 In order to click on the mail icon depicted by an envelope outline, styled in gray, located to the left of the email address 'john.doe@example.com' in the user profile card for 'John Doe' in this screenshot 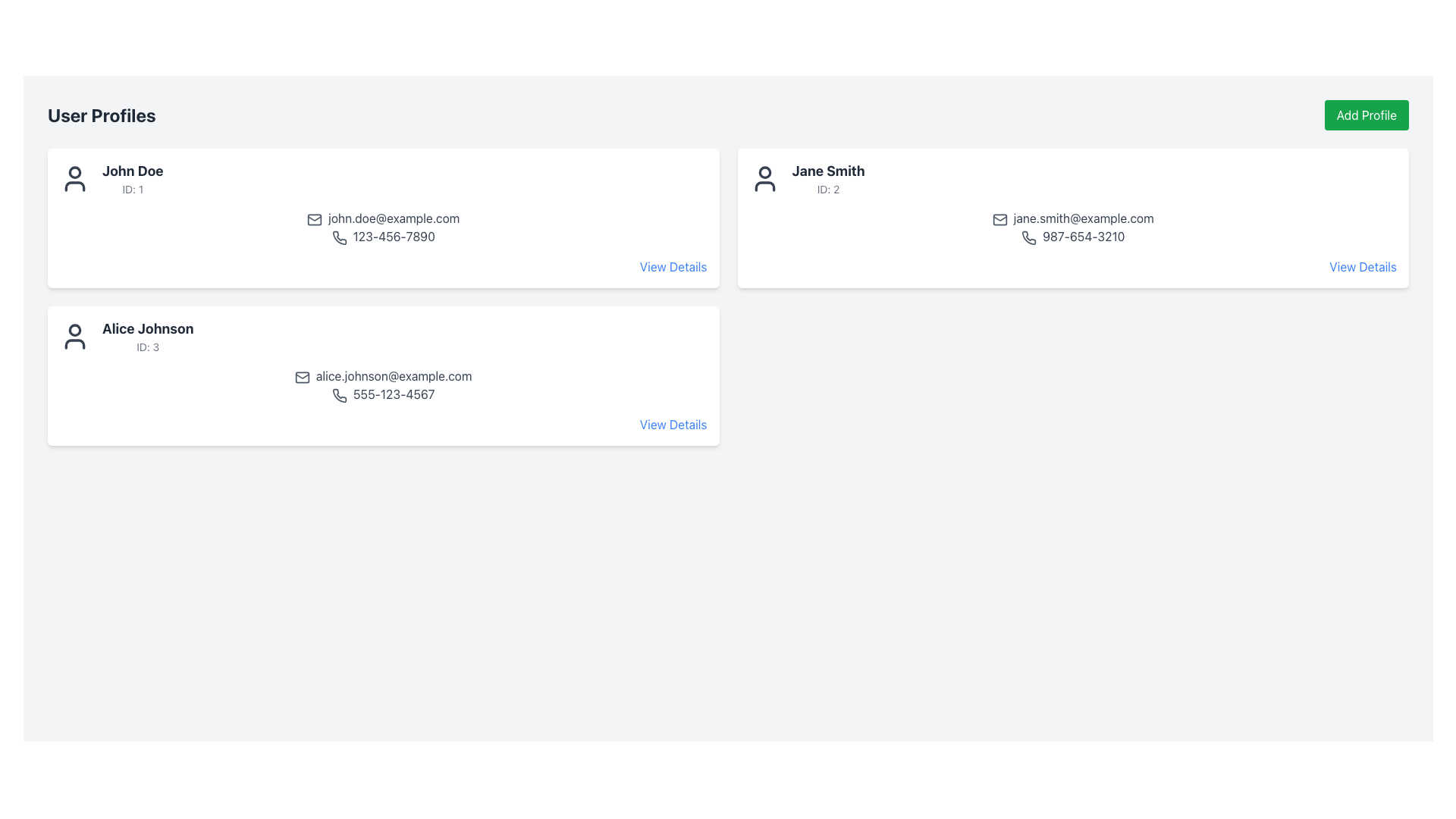, I will do `click(314, 219)`.